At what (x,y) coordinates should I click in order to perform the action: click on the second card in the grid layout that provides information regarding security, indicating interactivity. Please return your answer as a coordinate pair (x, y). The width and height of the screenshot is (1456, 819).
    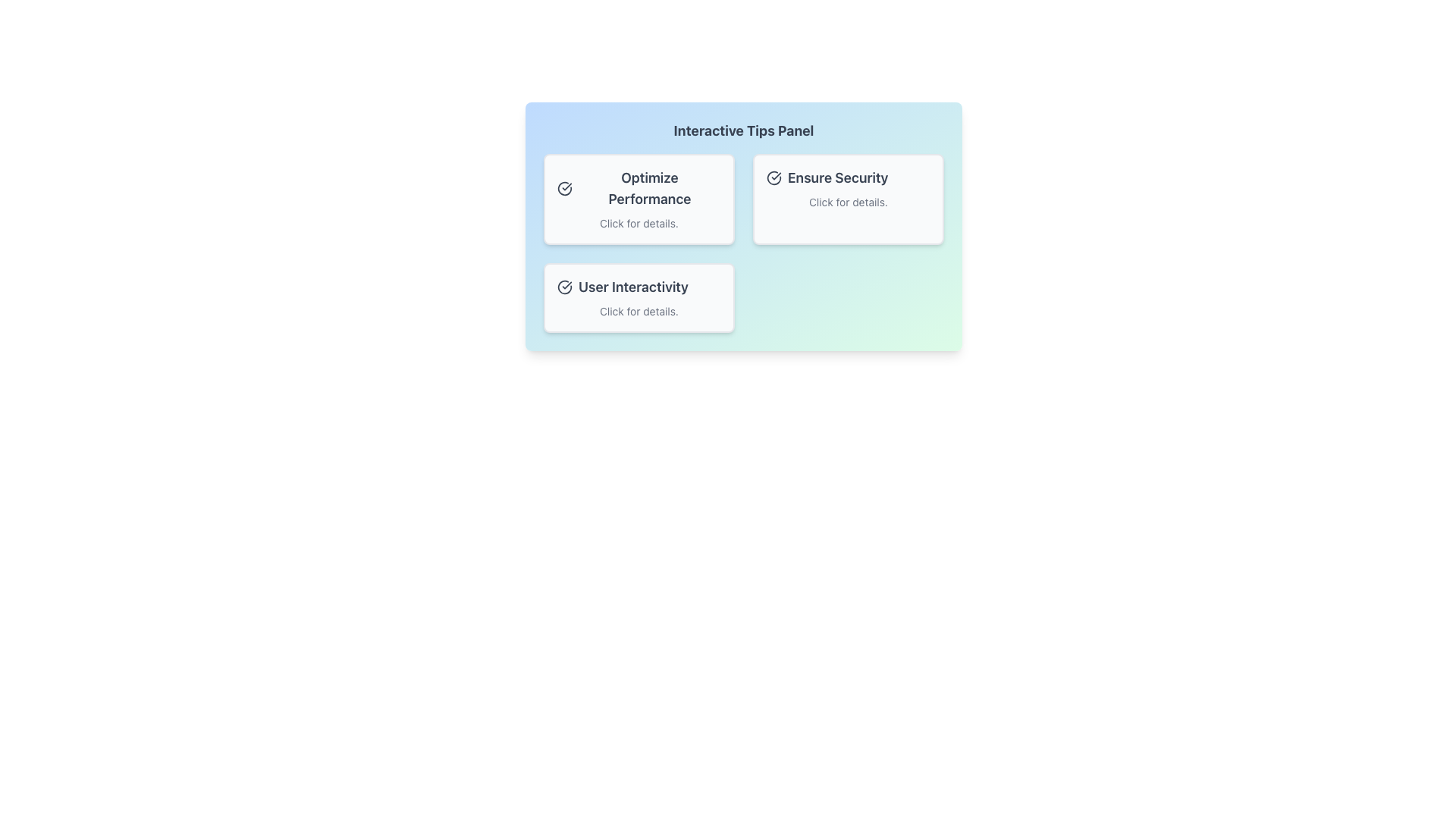
    Looking at the image, I should click on (847, 198).